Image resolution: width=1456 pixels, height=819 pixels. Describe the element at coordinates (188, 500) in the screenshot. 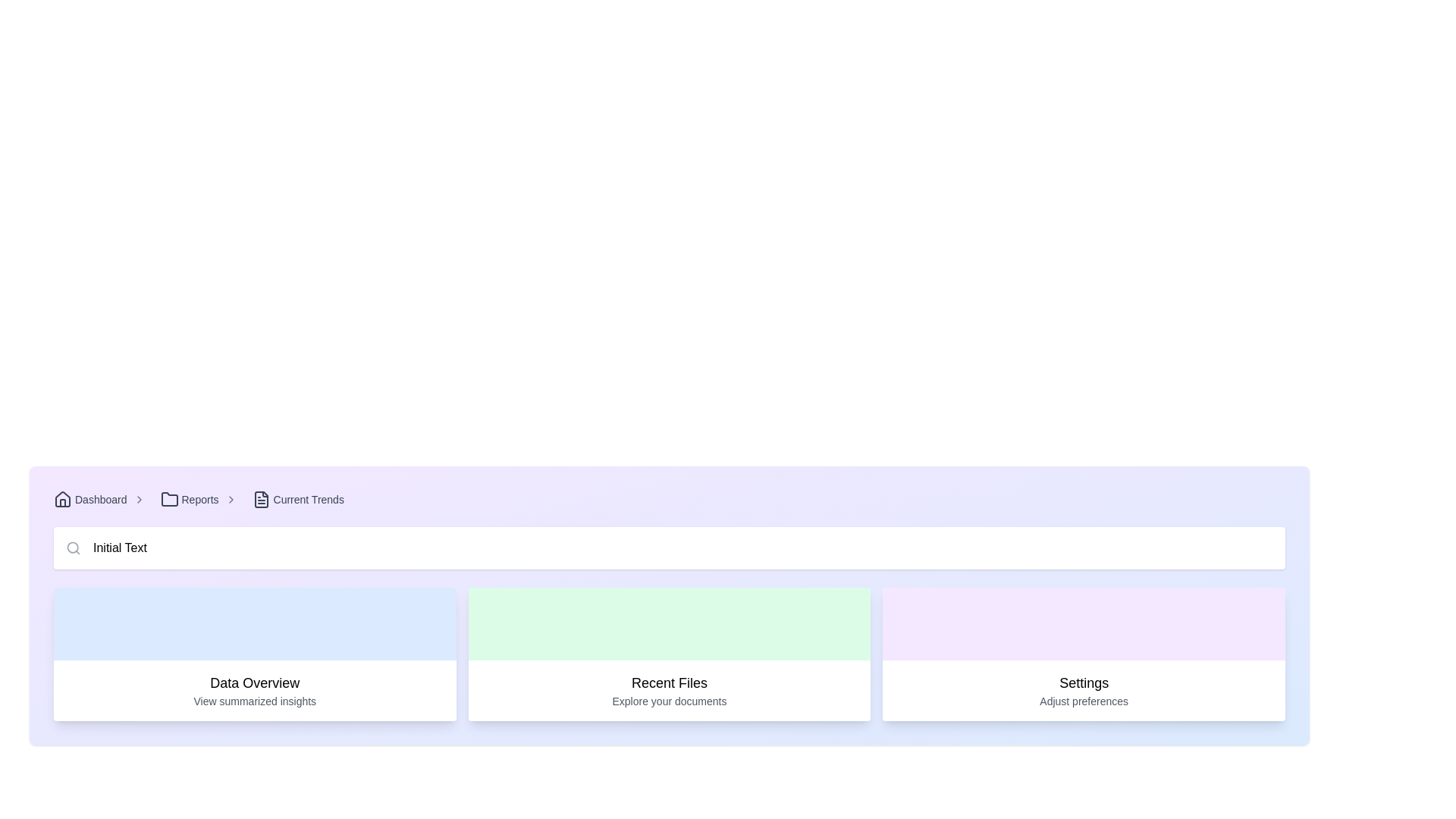

I see `the 'Reports' hyperlink located in the breadcrumb navigation bar, positioned between 'Dashboard' and 'Current Trends'` at that location.